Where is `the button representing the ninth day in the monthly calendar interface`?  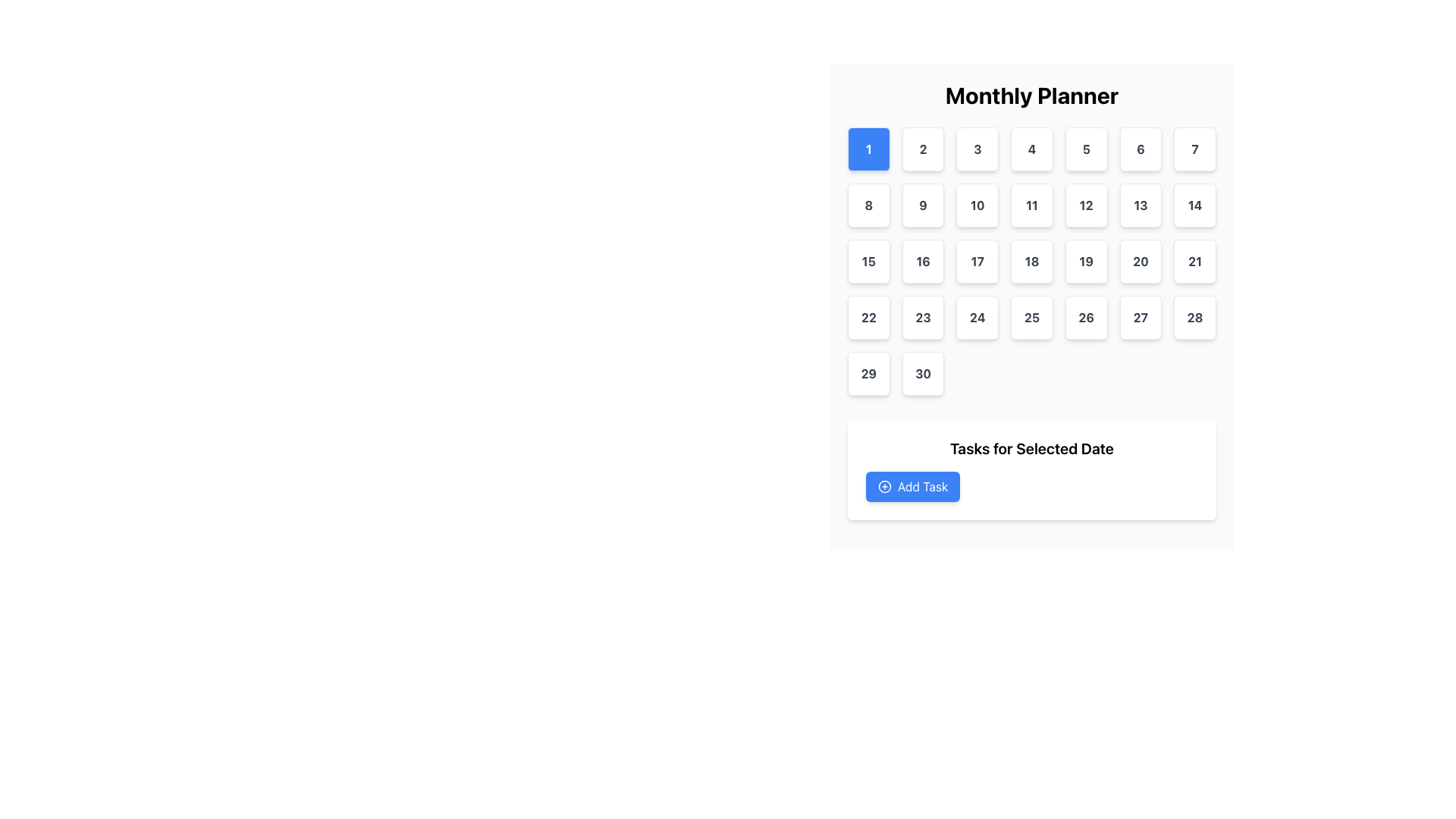
the button representing the ninth day in the monthly calendar interface is located at coordinates (922, 205).